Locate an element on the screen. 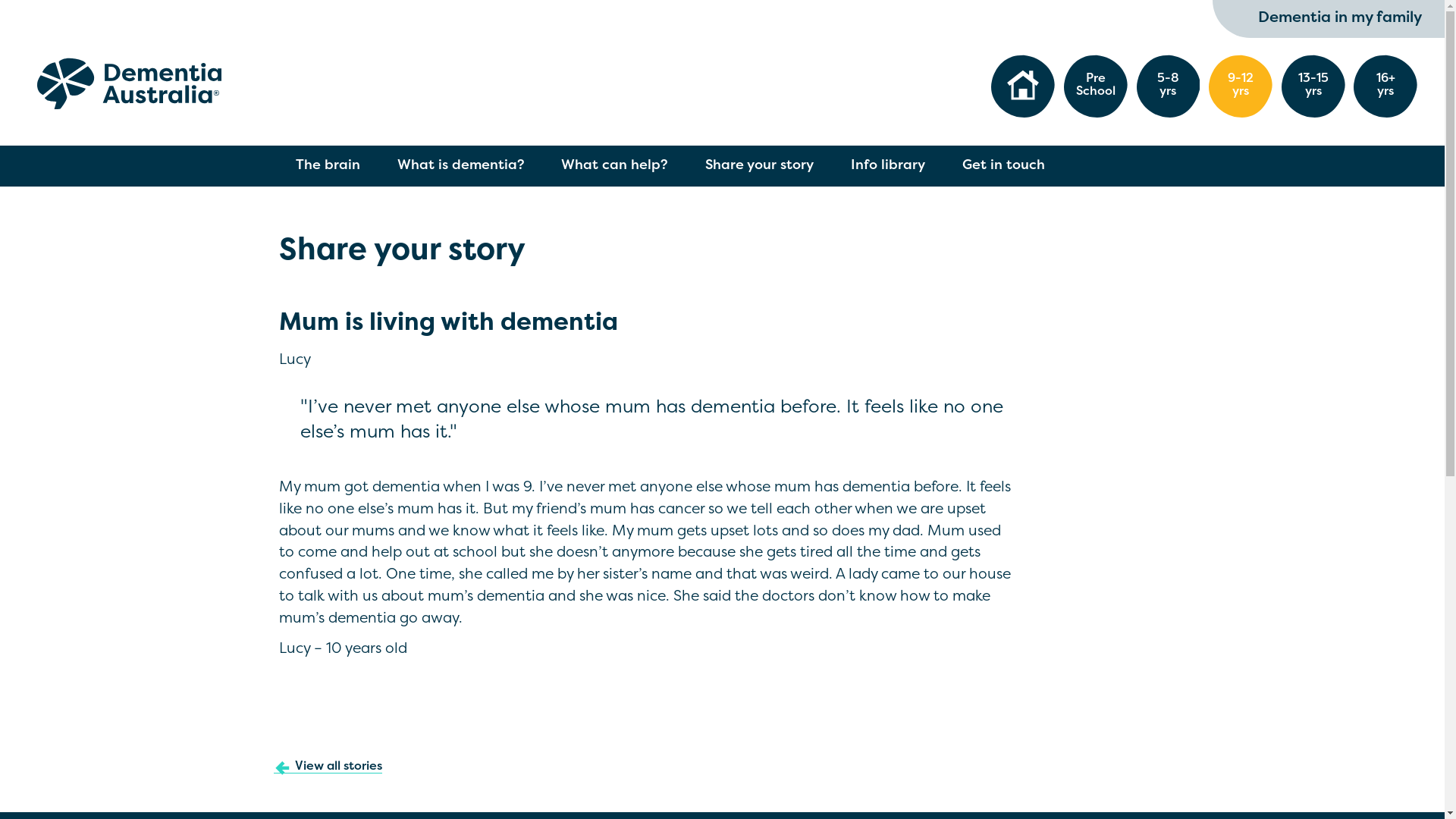 This screenshot has height=819, width=1456. '5-8 is located at coordinates (1167, 86).